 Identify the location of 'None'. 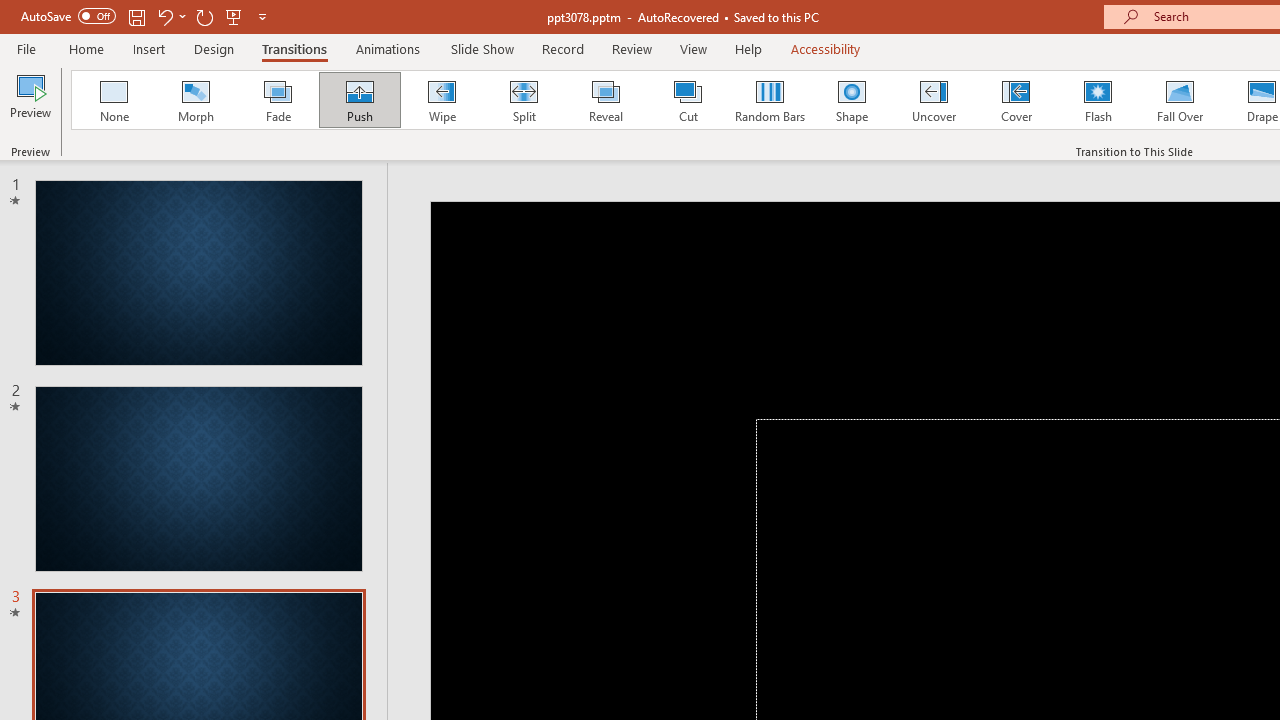
(112, 100).